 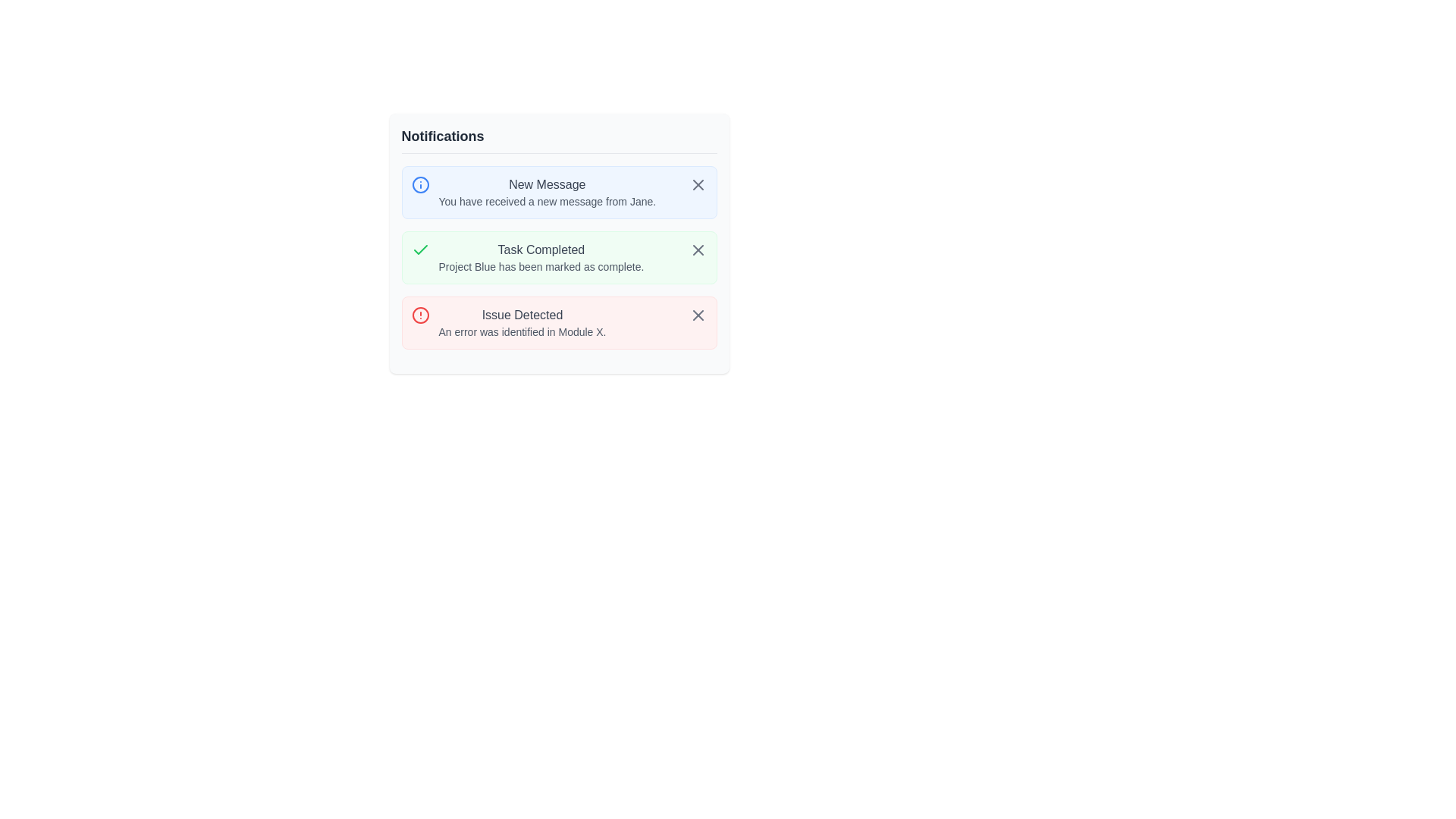 I want to click on the text element that displays 'Issue Detected' in bold dark gray, located within a red-bordered box at the bottom of the notifications panel, so click(x=522, y=322).